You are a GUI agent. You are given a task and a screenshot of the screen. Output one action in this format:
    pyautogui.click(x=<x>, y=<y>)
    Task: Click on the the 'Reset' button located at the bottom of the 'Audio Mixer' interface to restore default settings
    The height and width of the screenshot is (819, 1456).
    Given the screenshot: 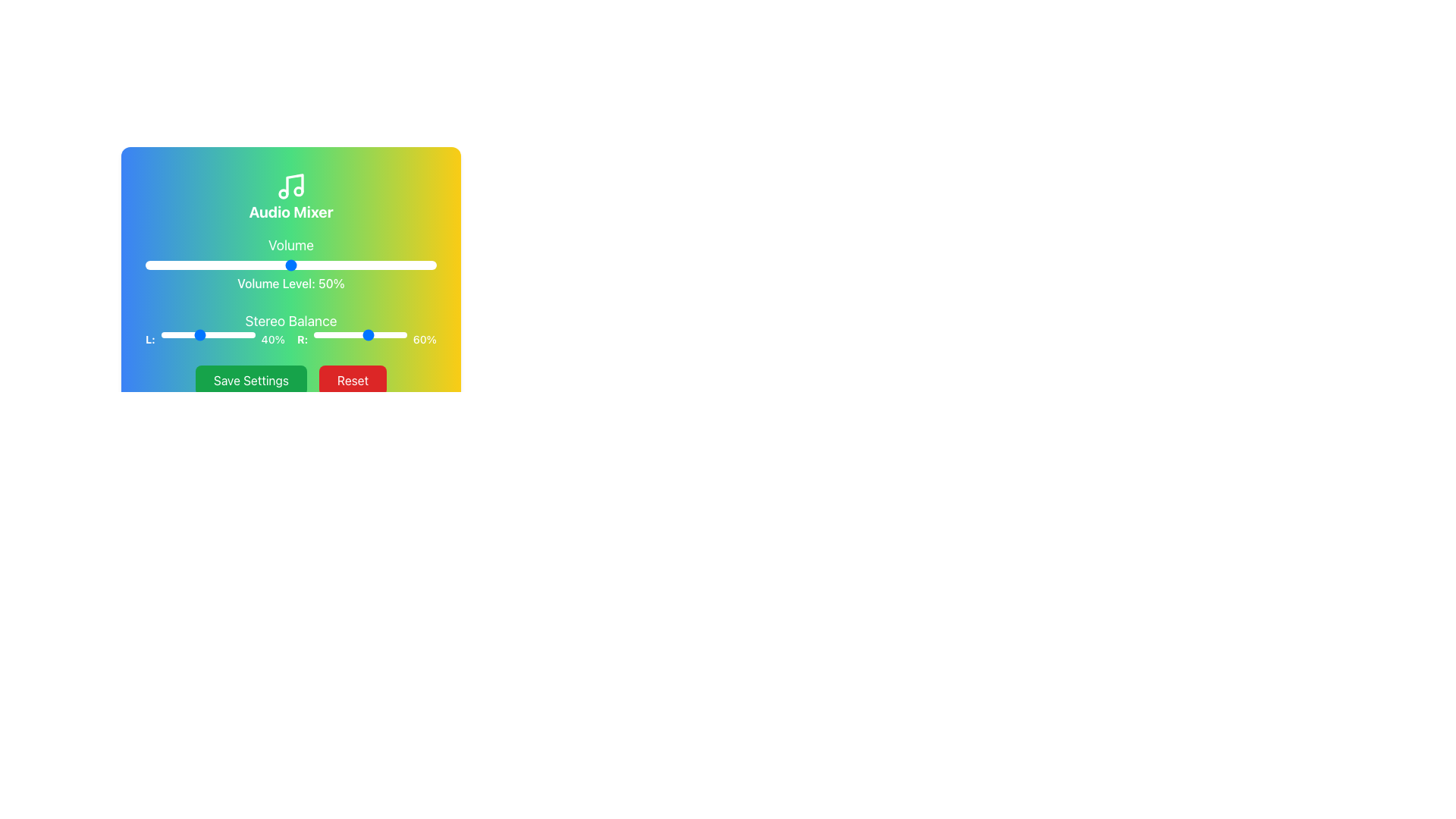 What is the action you would take?
    pyautogui.click(x=291, y=379)
    